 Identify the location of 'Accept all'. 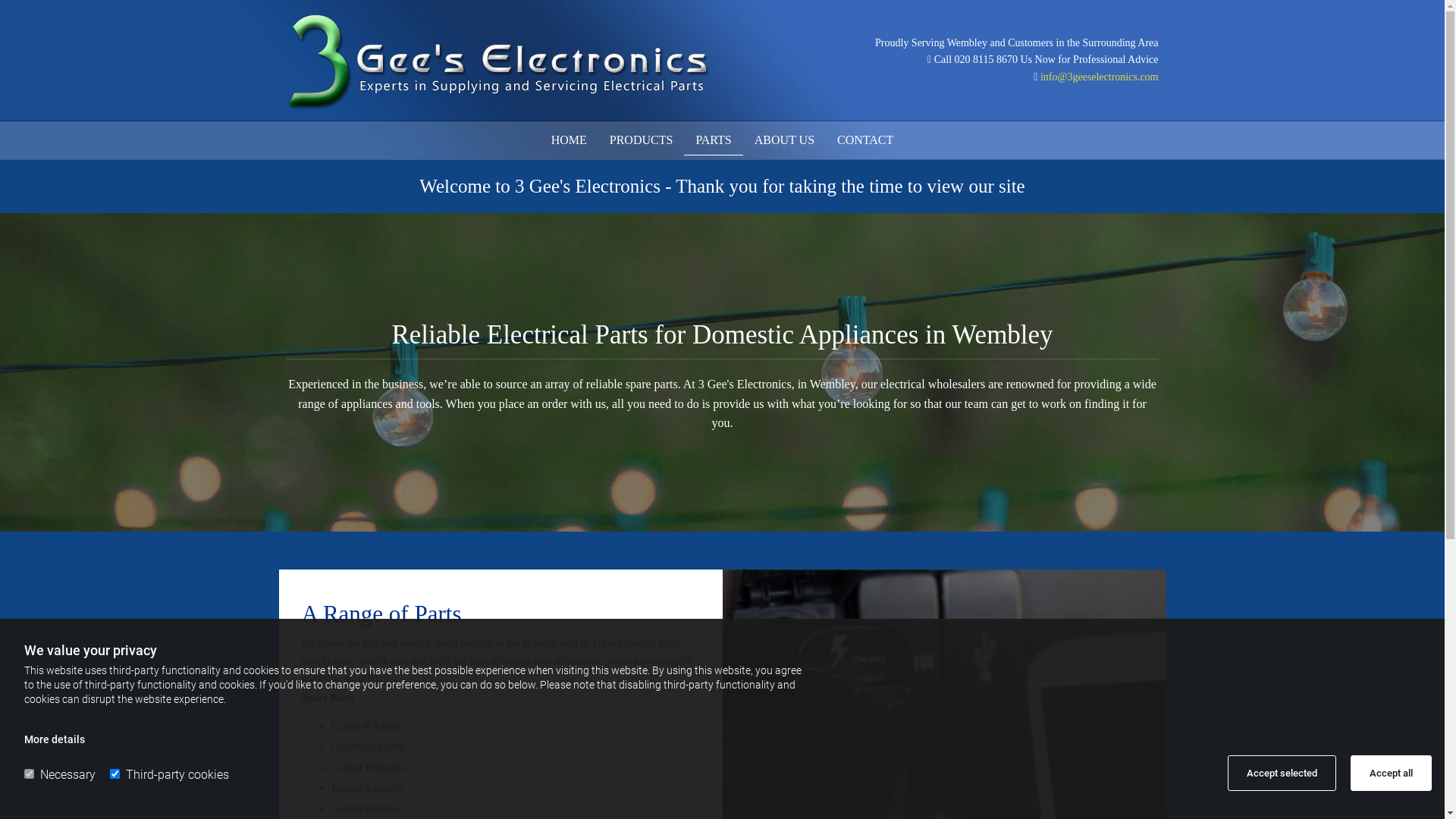
(1391, 773).